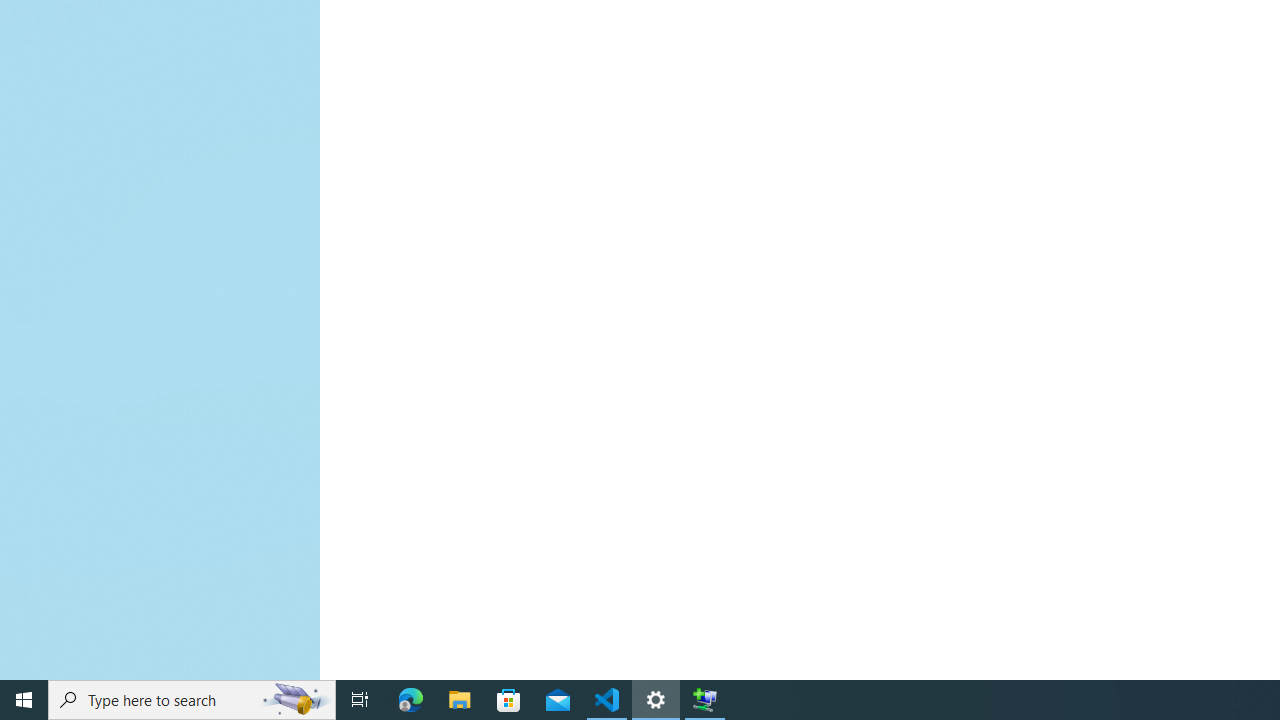 This screenshot has height=720, width=1280. Describe the element at coordinates (459, 698) in the screenshot. I see `'File Explorer'` at that location.